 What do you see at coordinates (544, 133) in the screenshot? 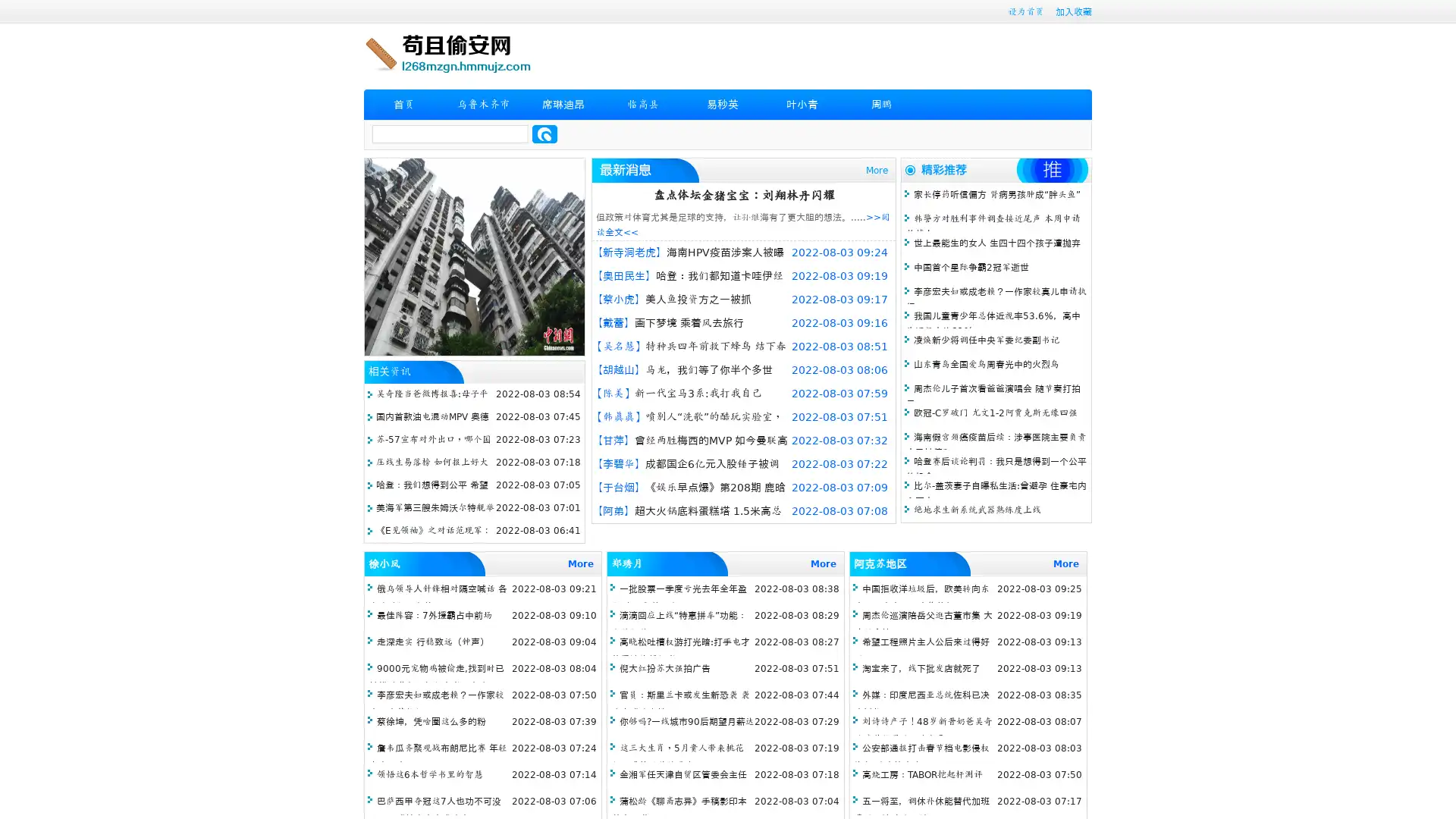
I see `Search` at bounding box center [544, 133].